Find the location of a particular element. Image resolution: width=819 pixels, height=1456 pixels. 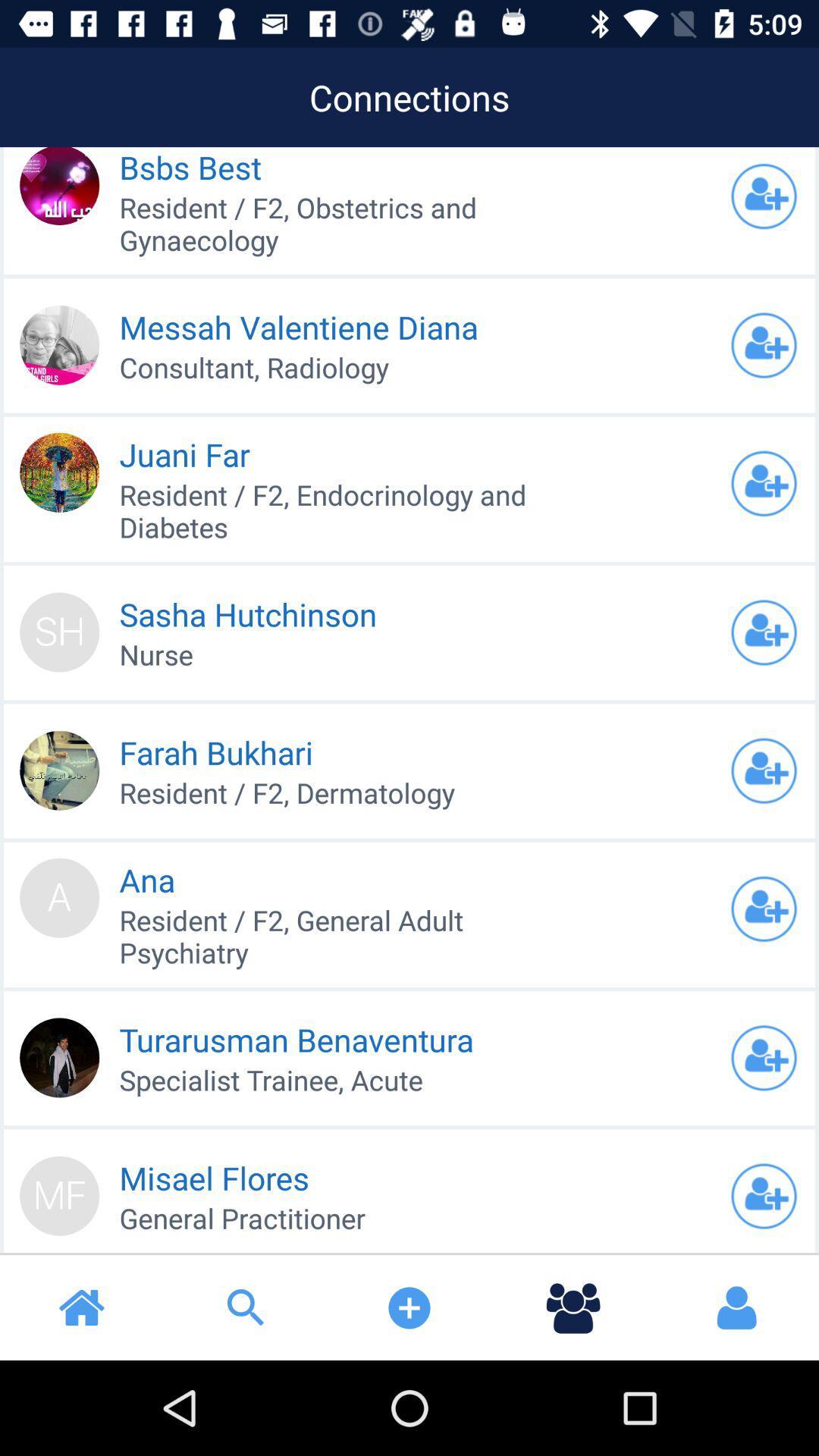

to your list is located at coordinates (764, 632).